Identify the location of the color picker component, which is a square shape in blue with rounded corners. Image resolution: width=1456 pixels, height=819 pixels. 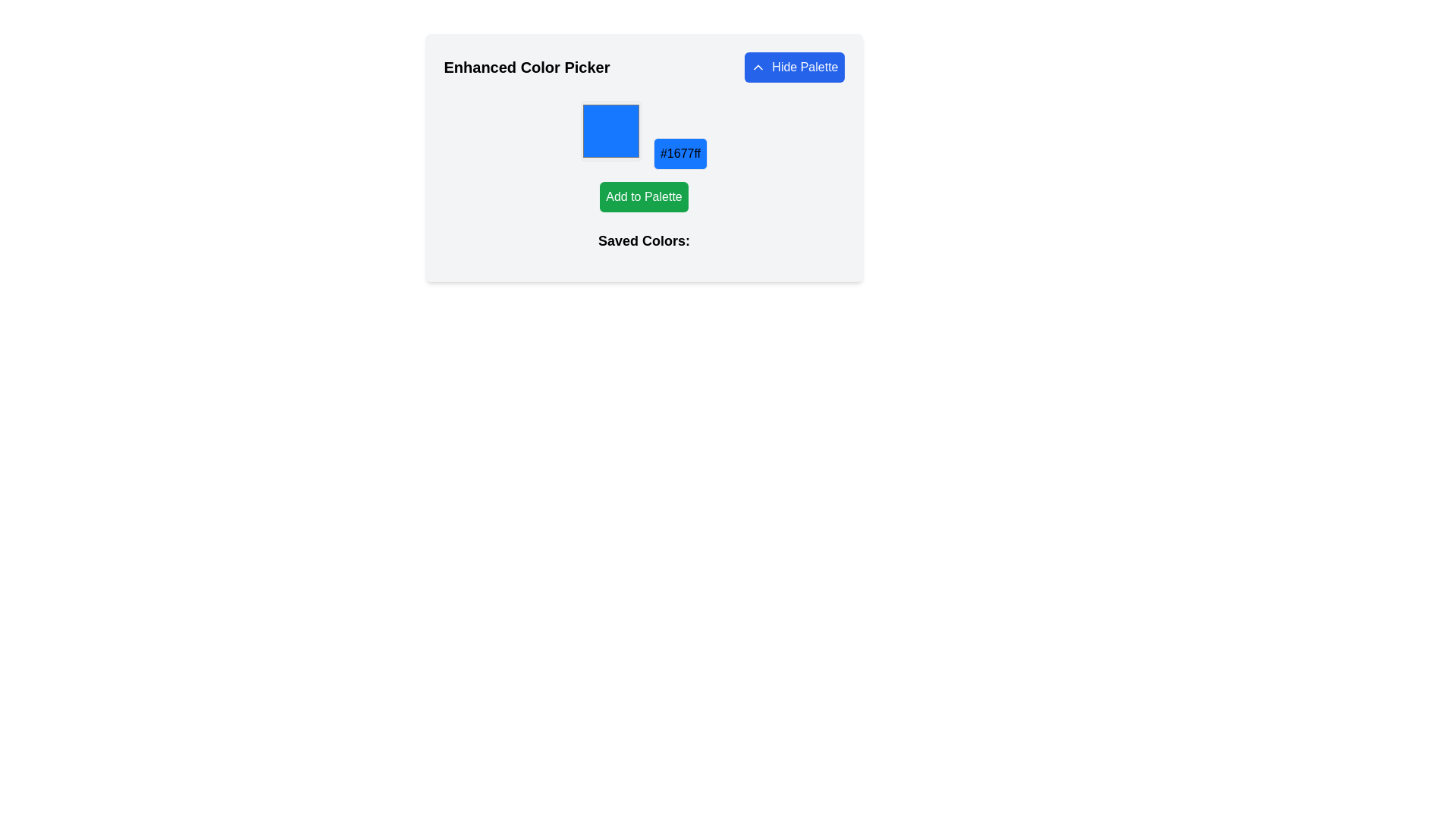
(644, 158).